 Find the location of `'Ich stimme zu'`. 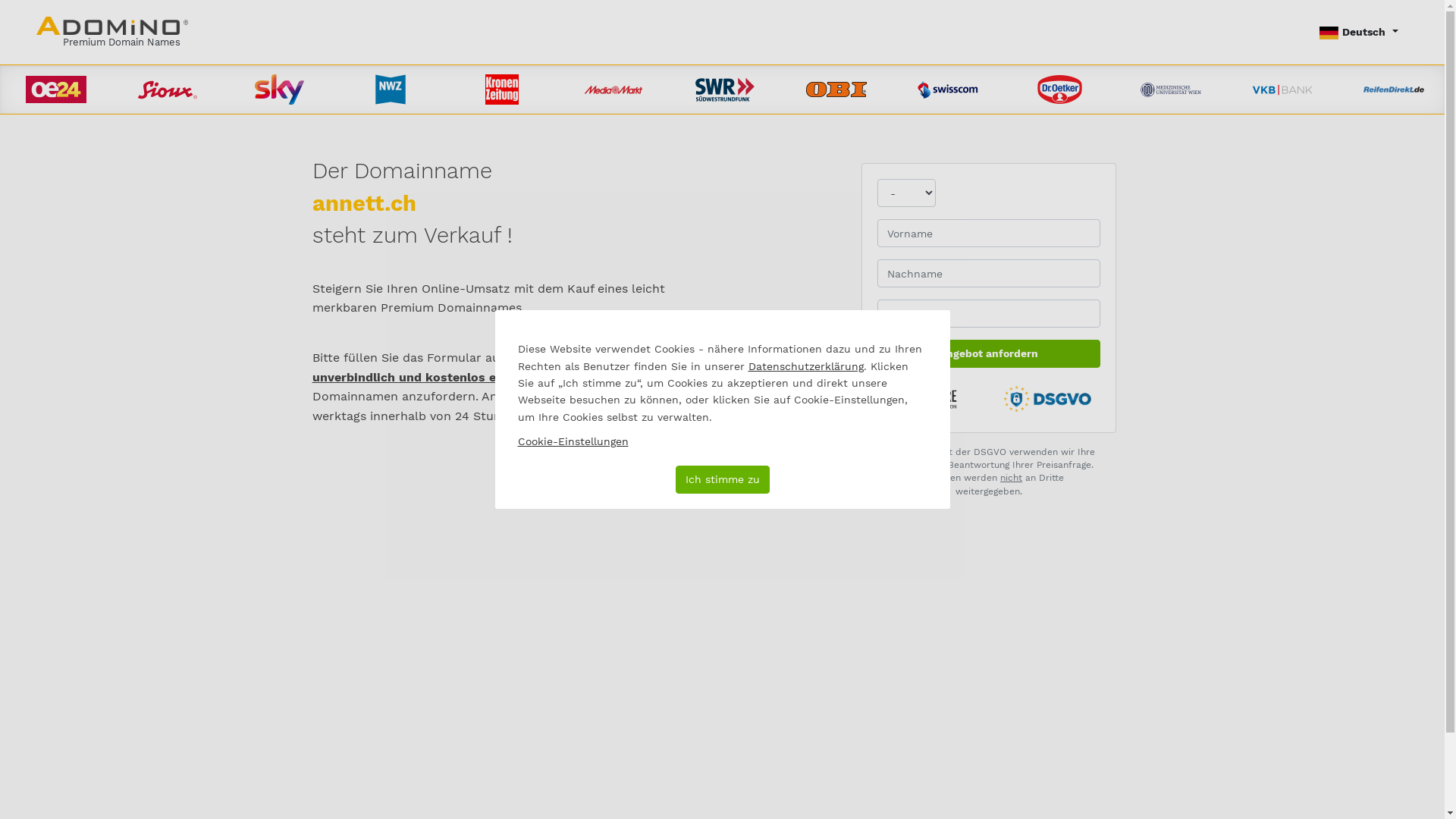

'Ich stimme zu' is located at coordinates (720, 479).